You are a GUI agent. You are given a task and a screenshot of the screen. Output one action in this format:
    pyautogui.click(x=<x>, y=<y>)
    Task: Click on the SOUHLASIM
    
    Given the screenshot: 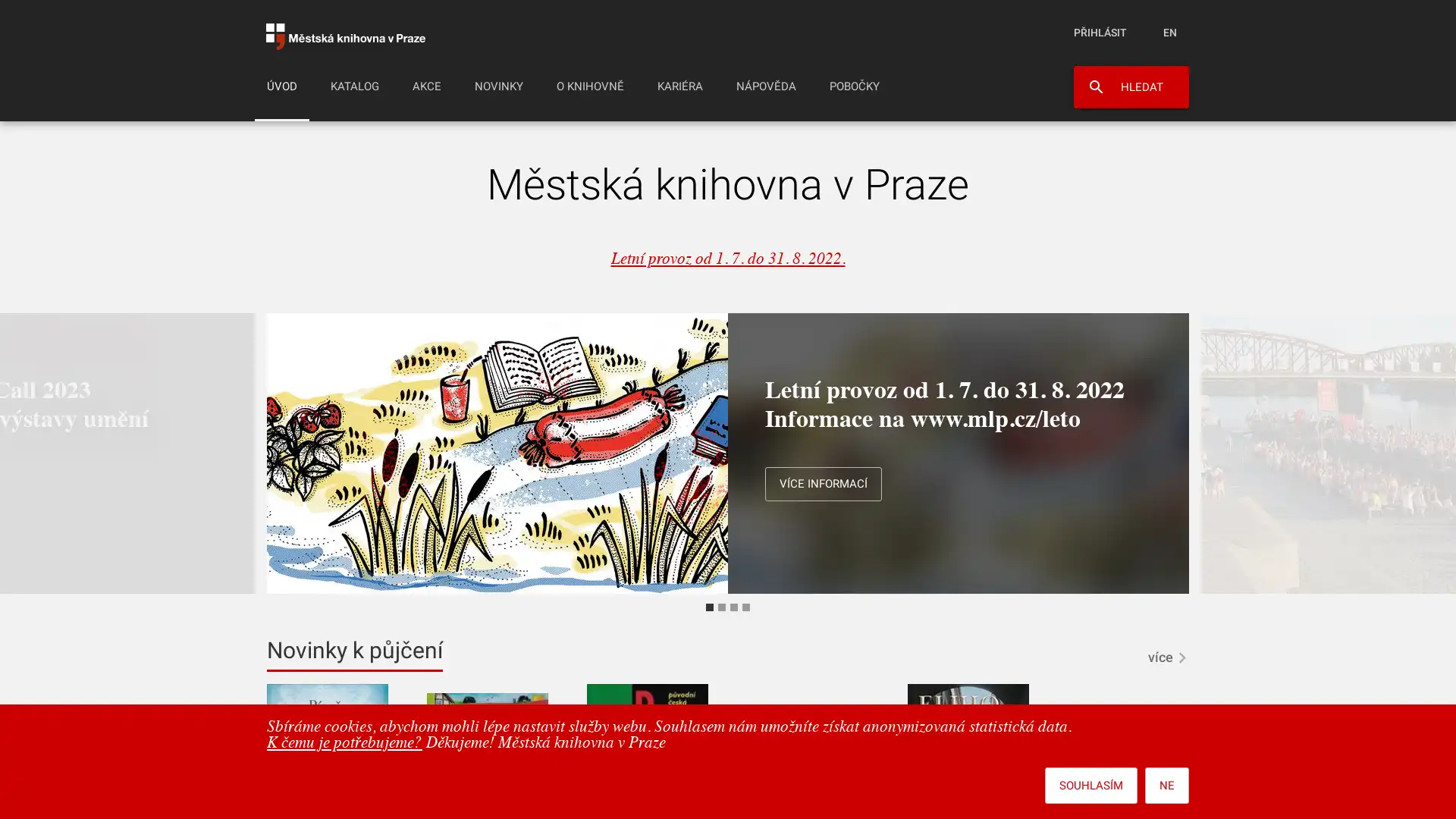 What is the action you would take?
    pyautogui.click(x=1090, y=785)
    